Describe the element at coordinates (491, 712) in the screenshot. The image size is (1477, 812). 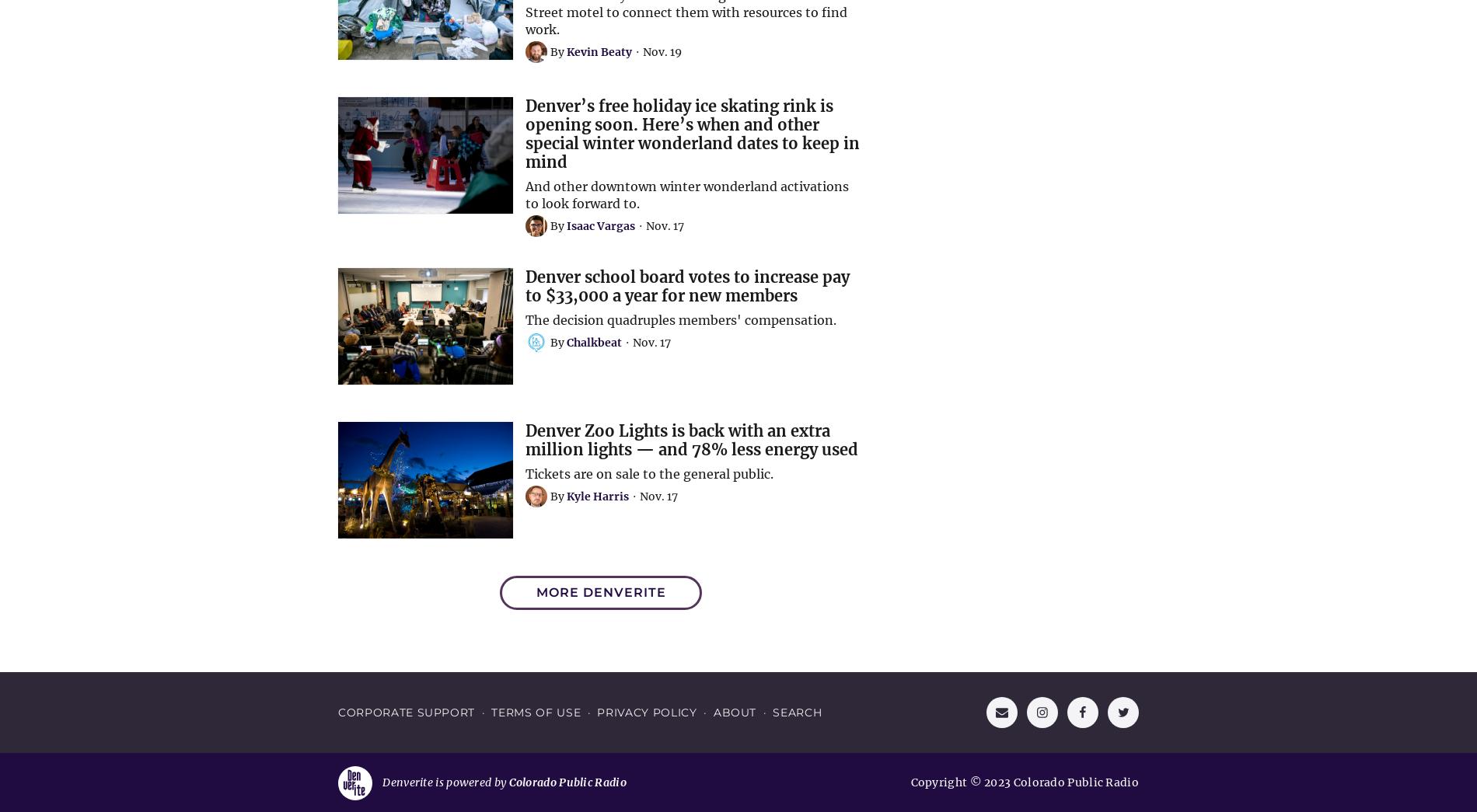
I see `'Terms of Use'` at that location.